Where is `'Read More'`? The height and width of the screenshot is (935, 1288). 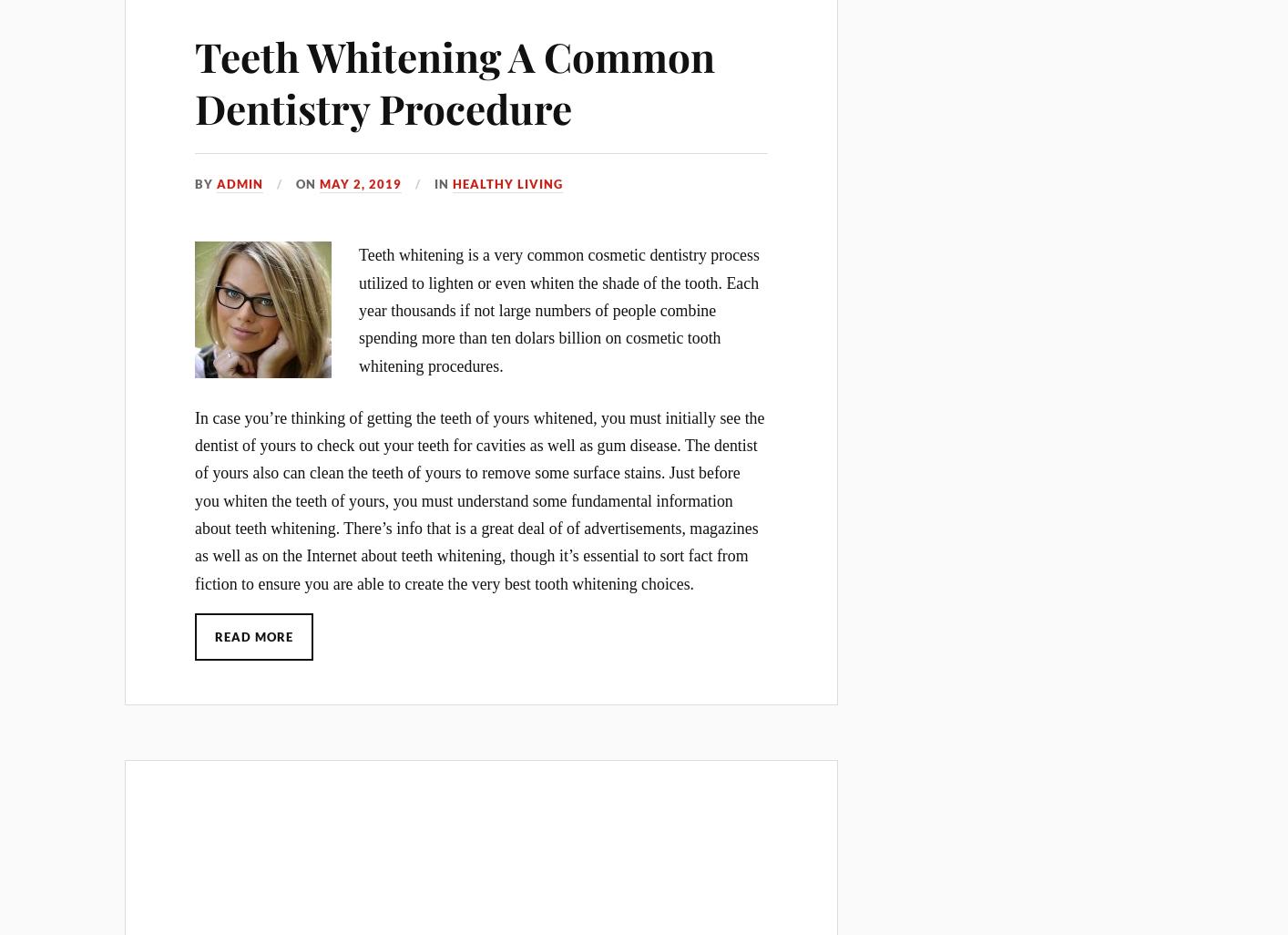 'Read More' is located at coordinates (253, 634).